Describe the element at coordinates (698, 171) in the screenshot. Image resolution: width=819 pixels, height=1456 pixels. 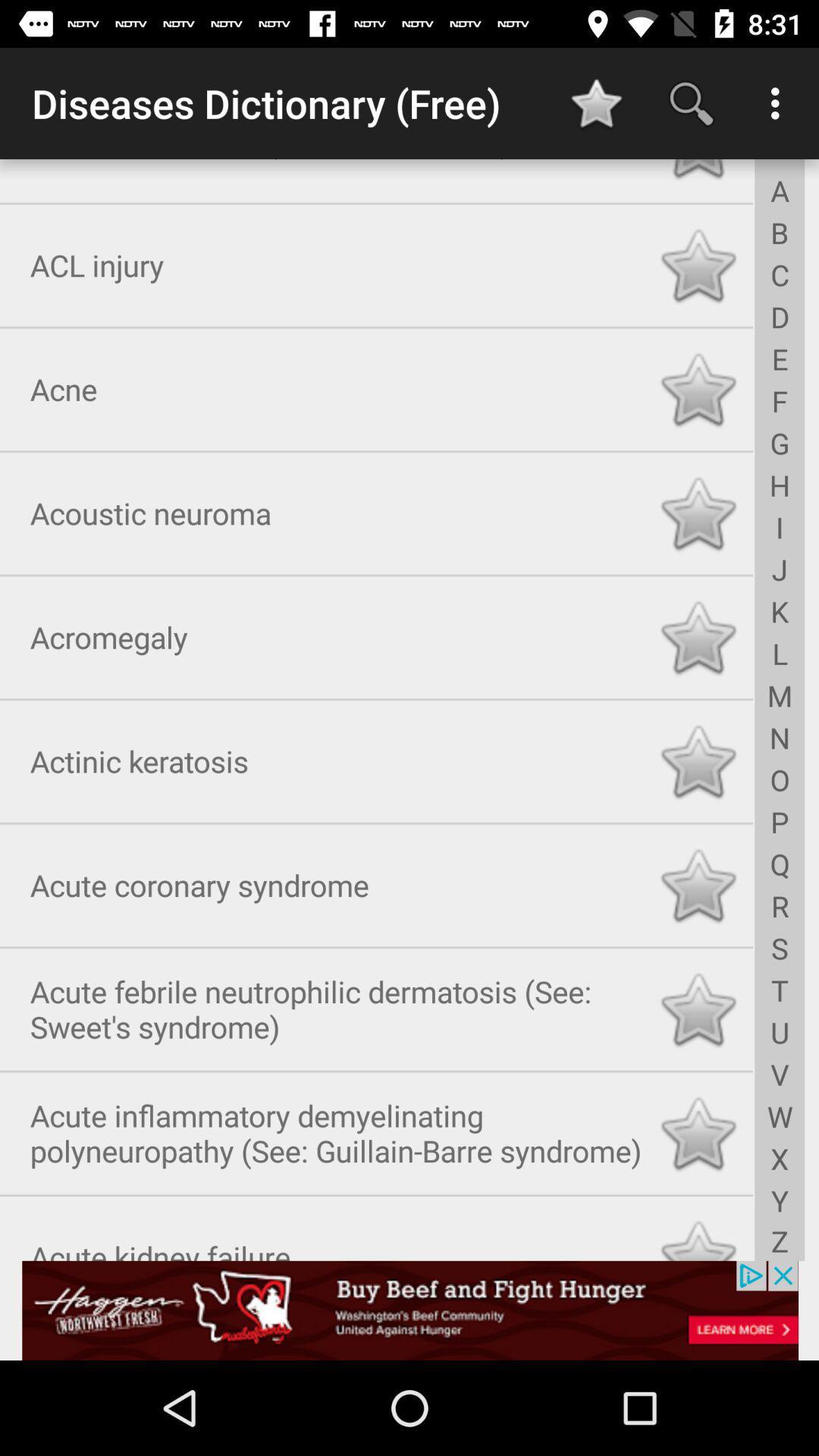
I see `highlighted button` at that location.